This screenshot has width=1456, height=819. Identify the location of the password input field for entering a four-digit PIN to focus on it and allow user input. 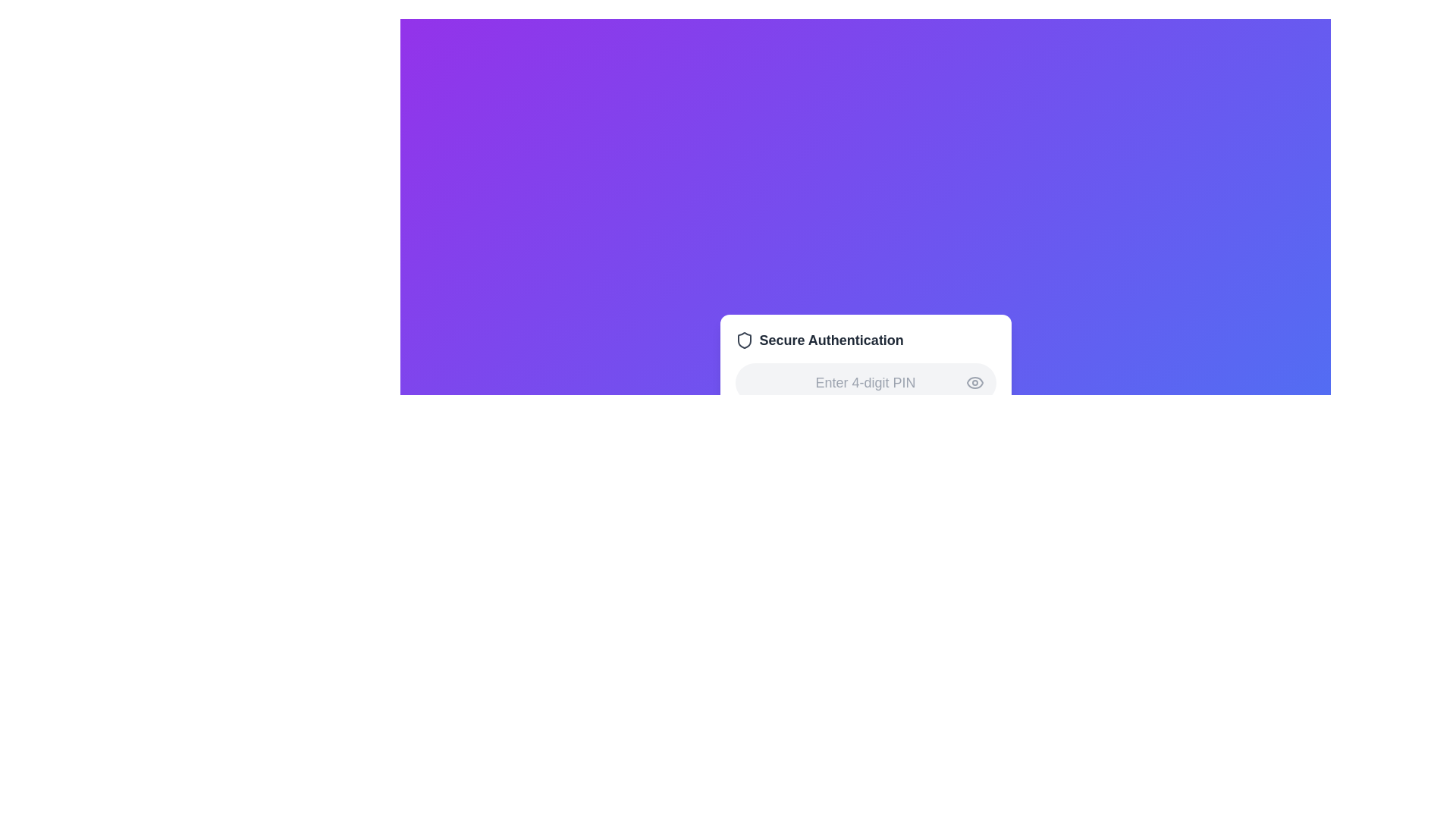
(865, 382).